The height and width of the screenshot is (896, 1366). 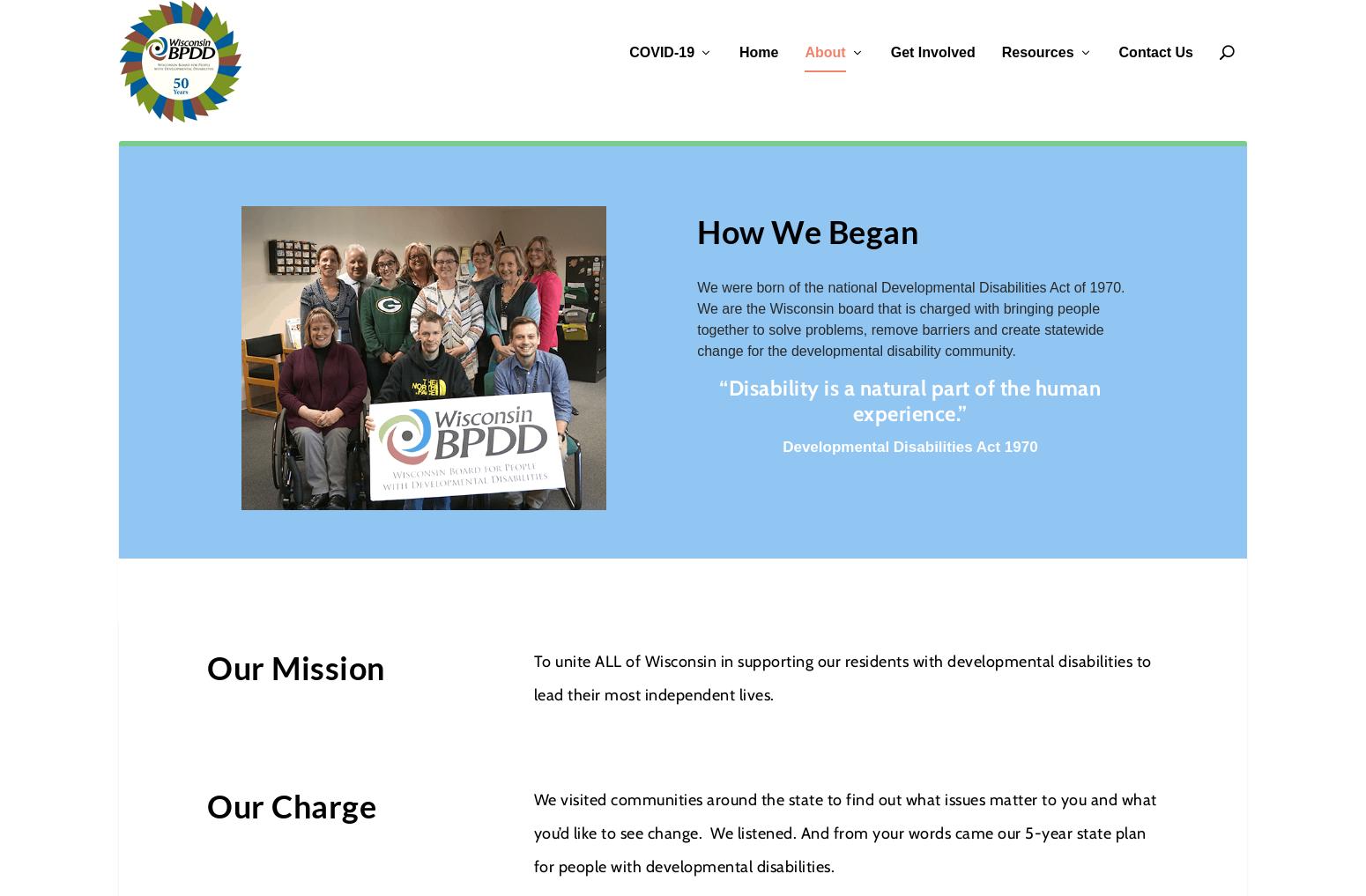 What do you see at coordinates (662, 196) in the screenshot?
I see `'Updates'` at bounding box center [662, 196].